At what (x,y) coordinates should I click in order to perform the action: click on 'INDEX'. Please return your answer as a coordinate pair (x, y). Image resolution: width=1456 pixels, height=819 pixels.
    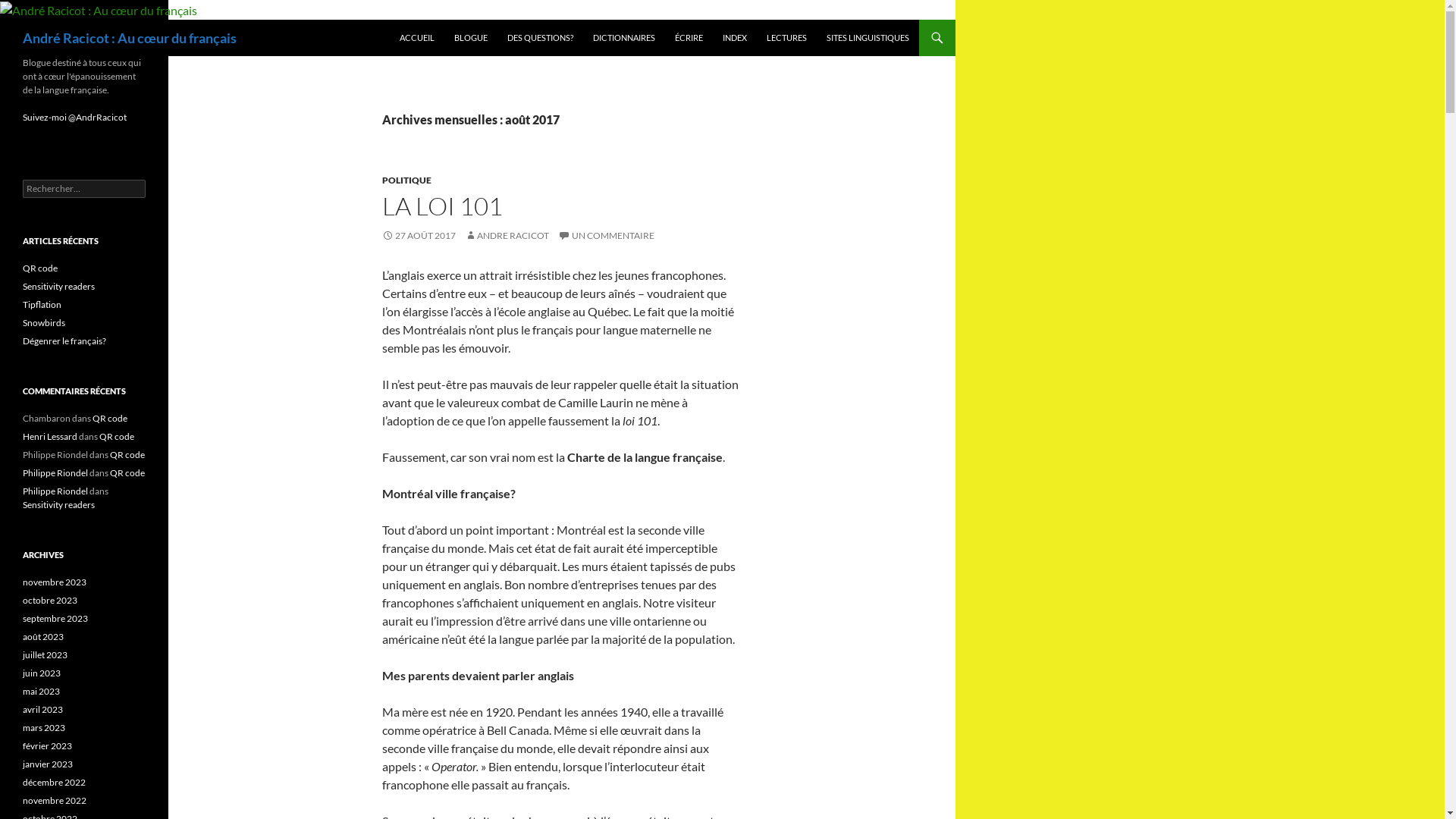
    Looking at the image, I should click on (735, 37).